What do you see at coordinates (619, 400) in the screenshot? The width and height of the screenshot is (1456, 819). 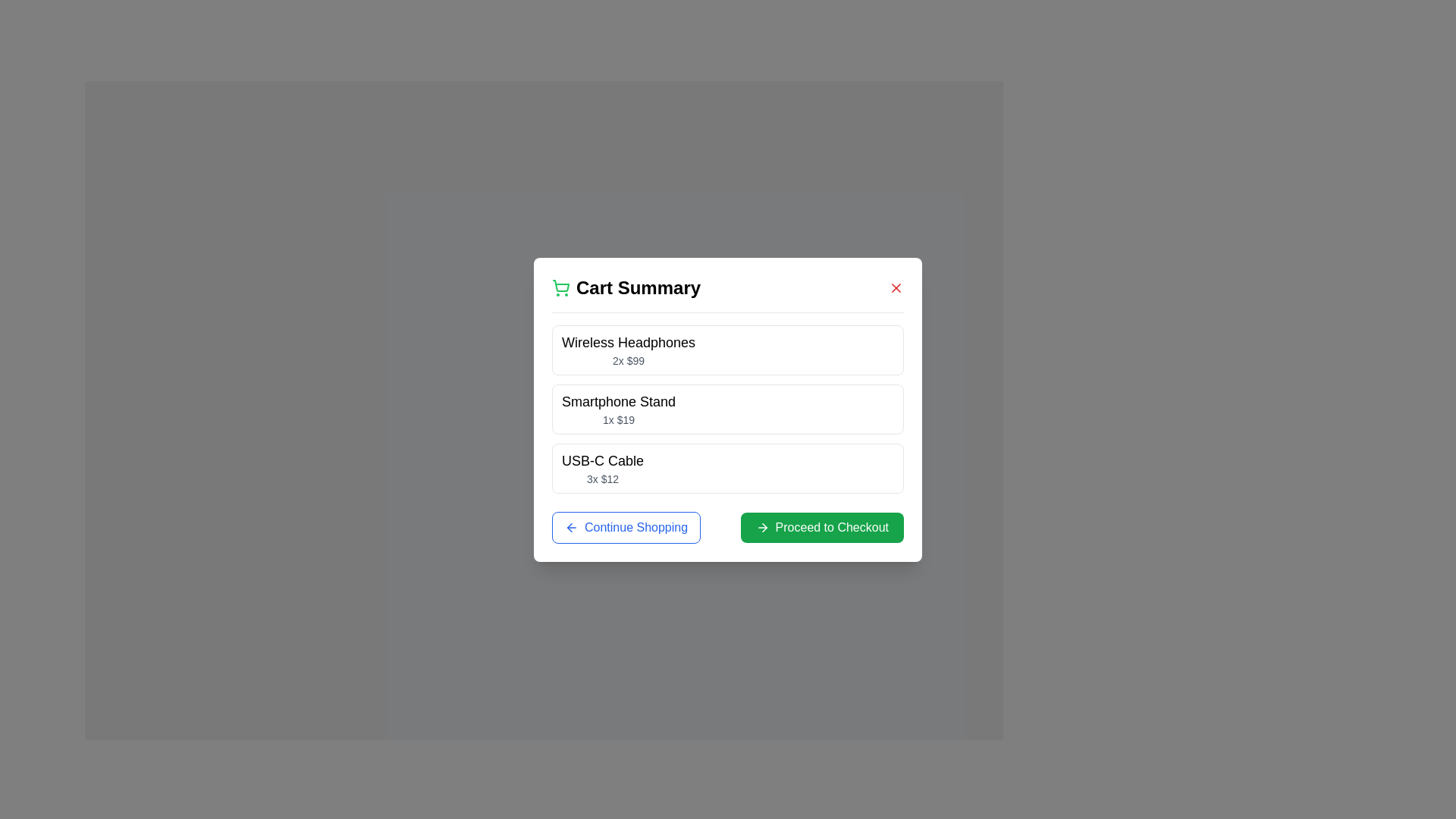 I see `the Text Label displaying the name of the selected item in the cart, which is centrally aligned and positioned between 'Wireless Headphones' and 'USB-C Cable'` at bounding box center [619, 400].